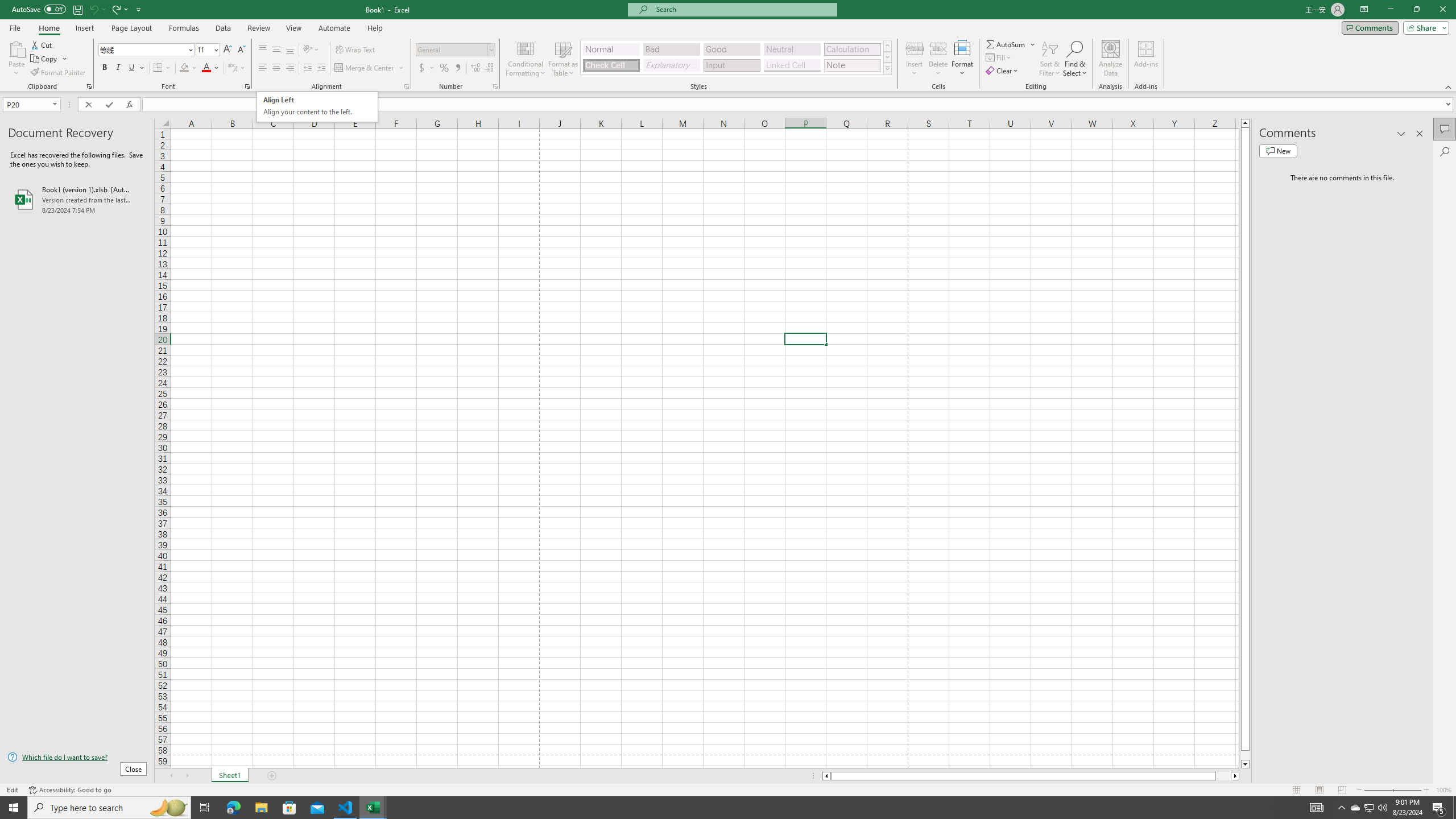 The width and height of the screenshot is (1456, 819). I want to click on 'AutoSave', so click(39, 9).